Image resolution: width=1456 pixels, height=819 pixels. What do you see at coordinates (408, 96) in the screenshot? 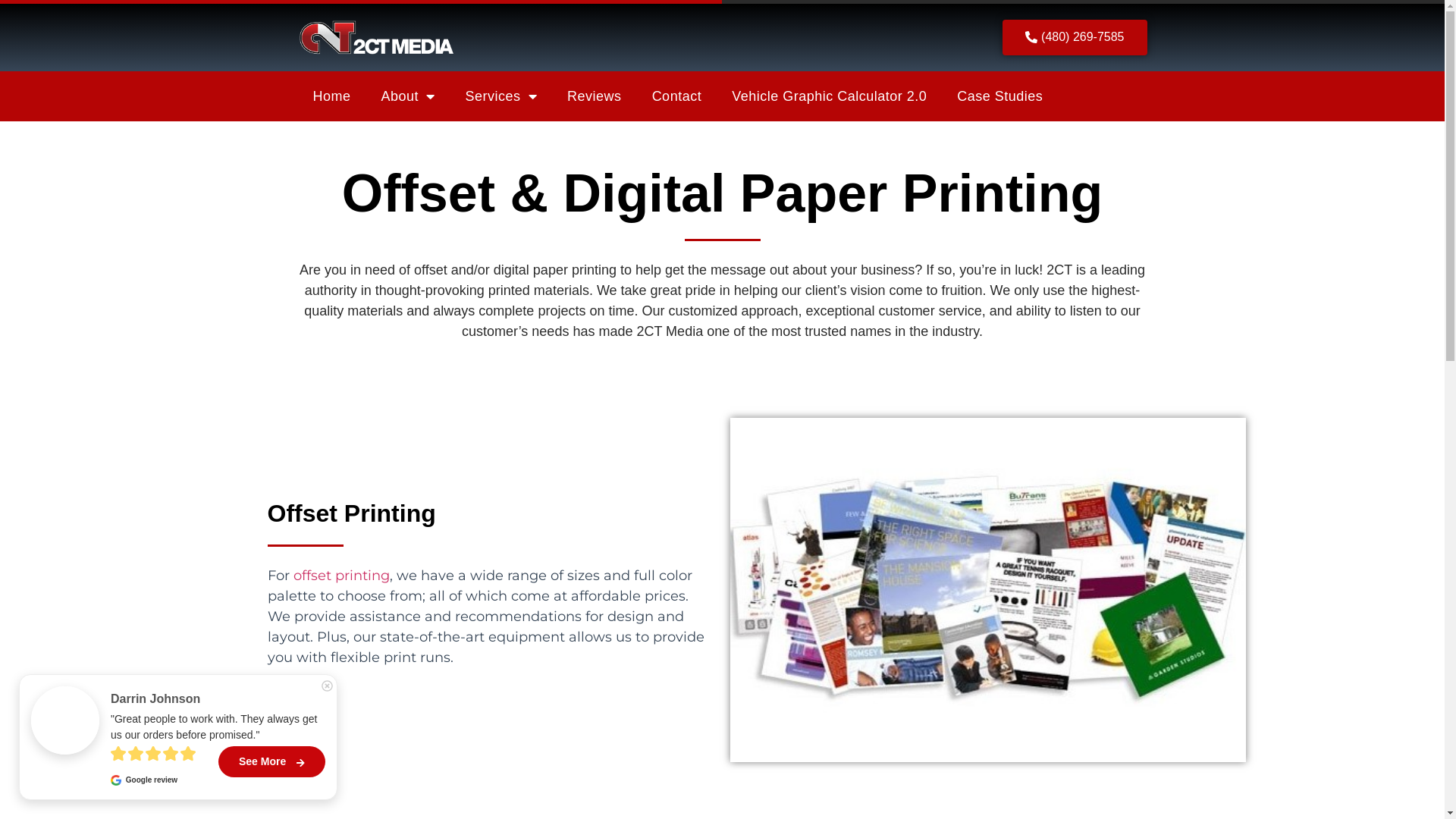
I see `'About'` at bounding box center [408, 96].